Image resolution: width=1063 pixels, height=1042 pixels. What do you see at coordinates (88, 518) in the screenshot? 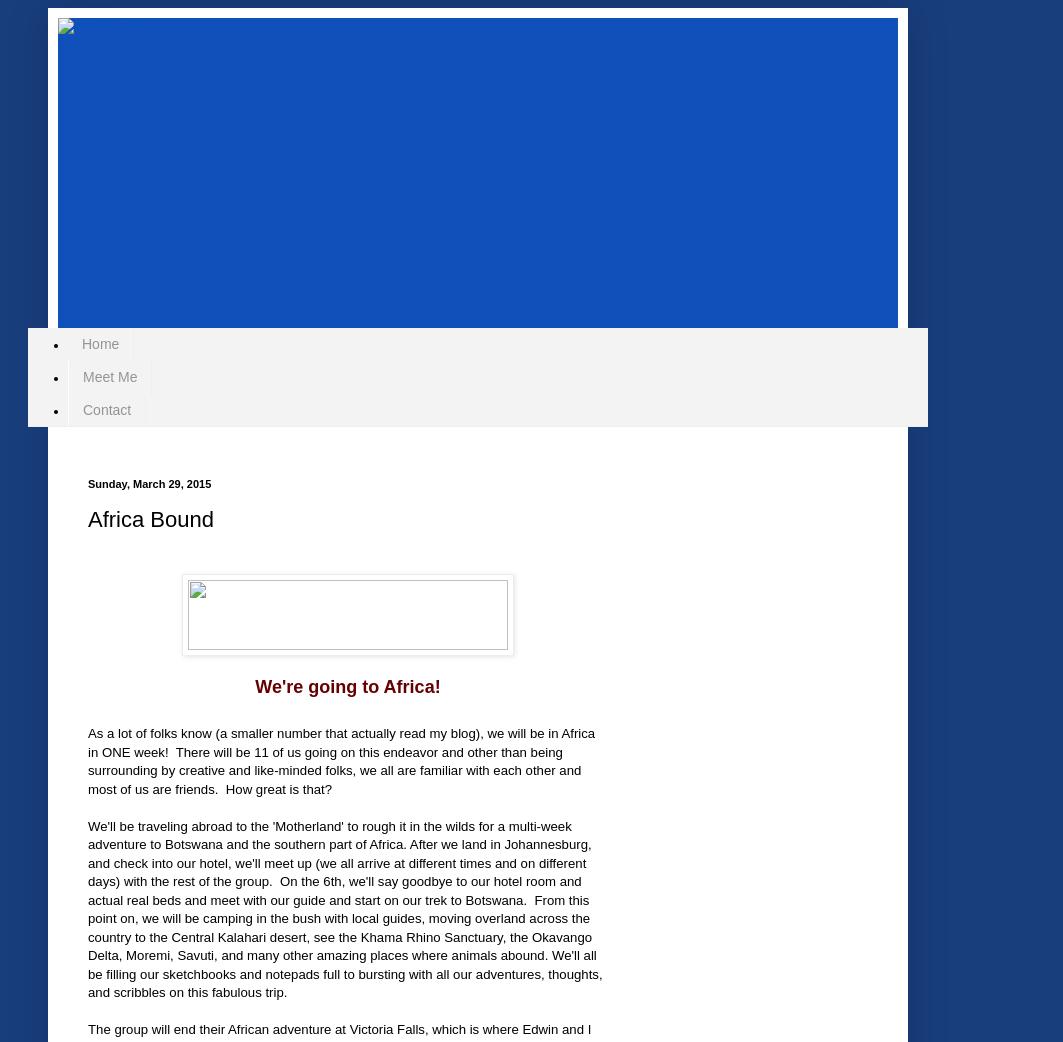
I see `'Africa Bound'` at bounding box center [88, 518].